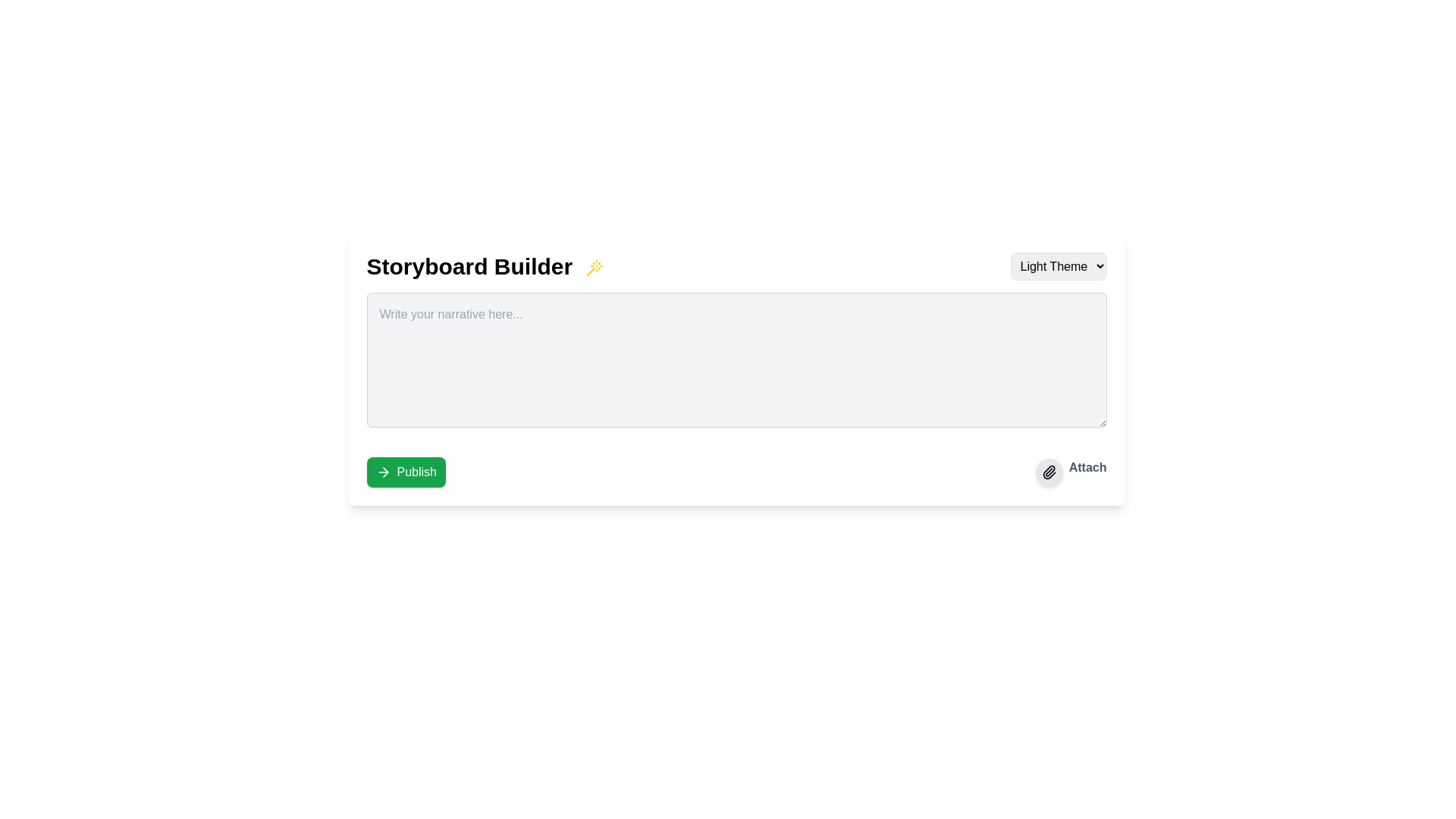 Image resolution: width=1456 pixels, height=819 pixels. What do you see at coordinates (383, 472) in the screenshot?
I see `the right-pointing arrow icon located within the green 'Publish' button to identify the button's function` at bounding box center [383, 472].